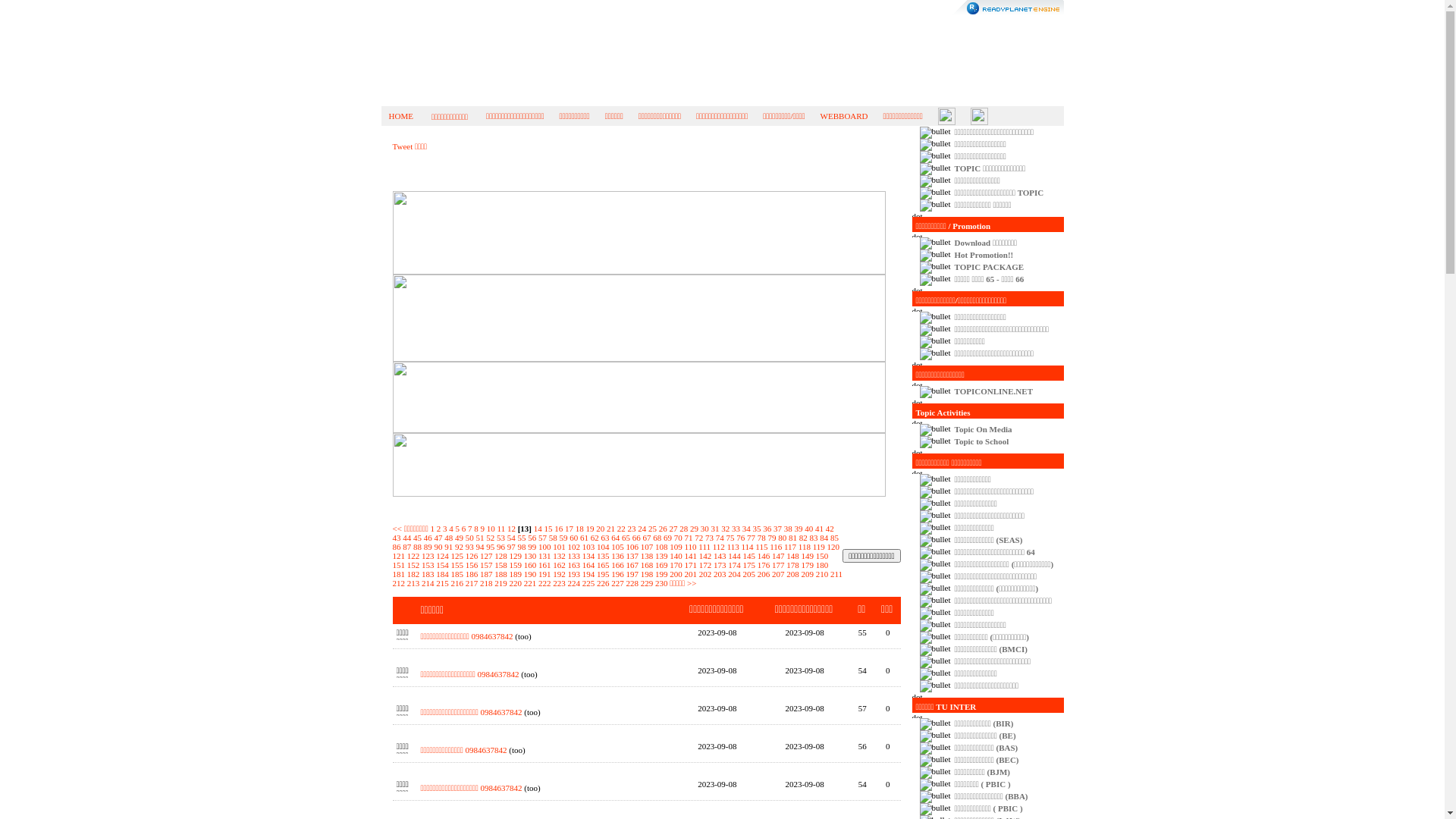 The width and height of the screenshot is (1456, 819). I want to click on '74', so click(719, 537).